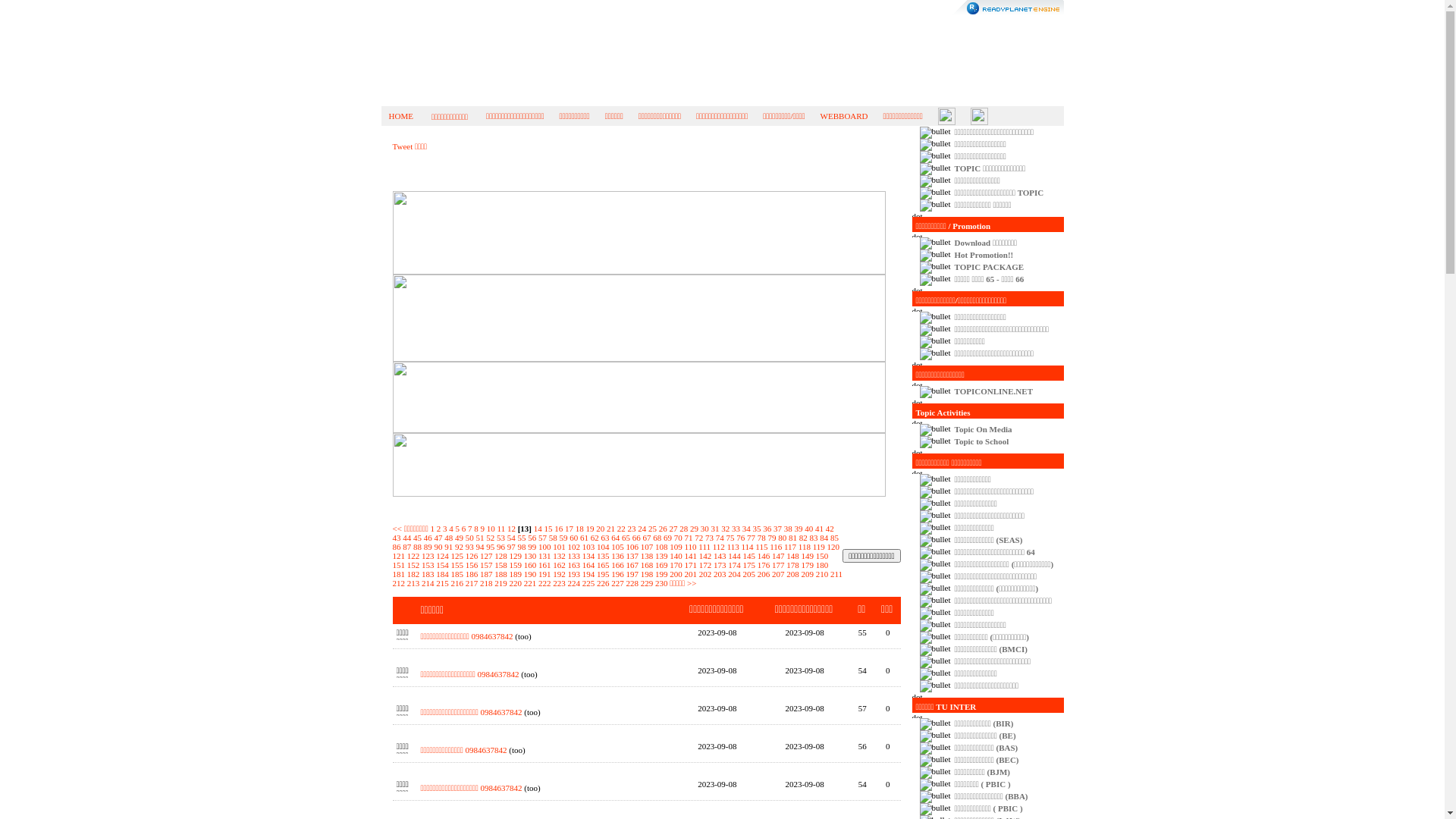 The width and height of the screenshot is (1456, 819). I want to click on '74', so click(719, 537).